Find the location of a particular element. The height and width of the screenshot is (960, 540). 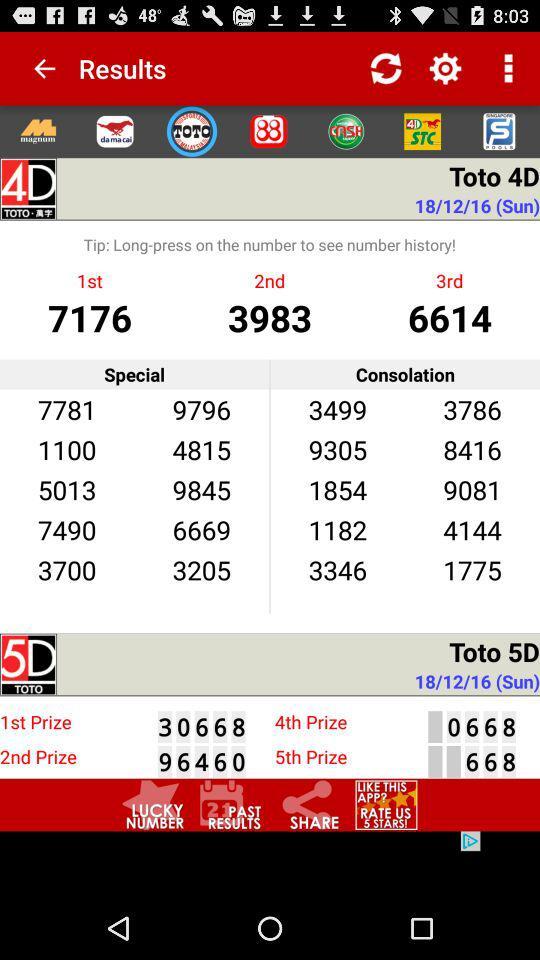

share the link is located at coordinates (308, 805).